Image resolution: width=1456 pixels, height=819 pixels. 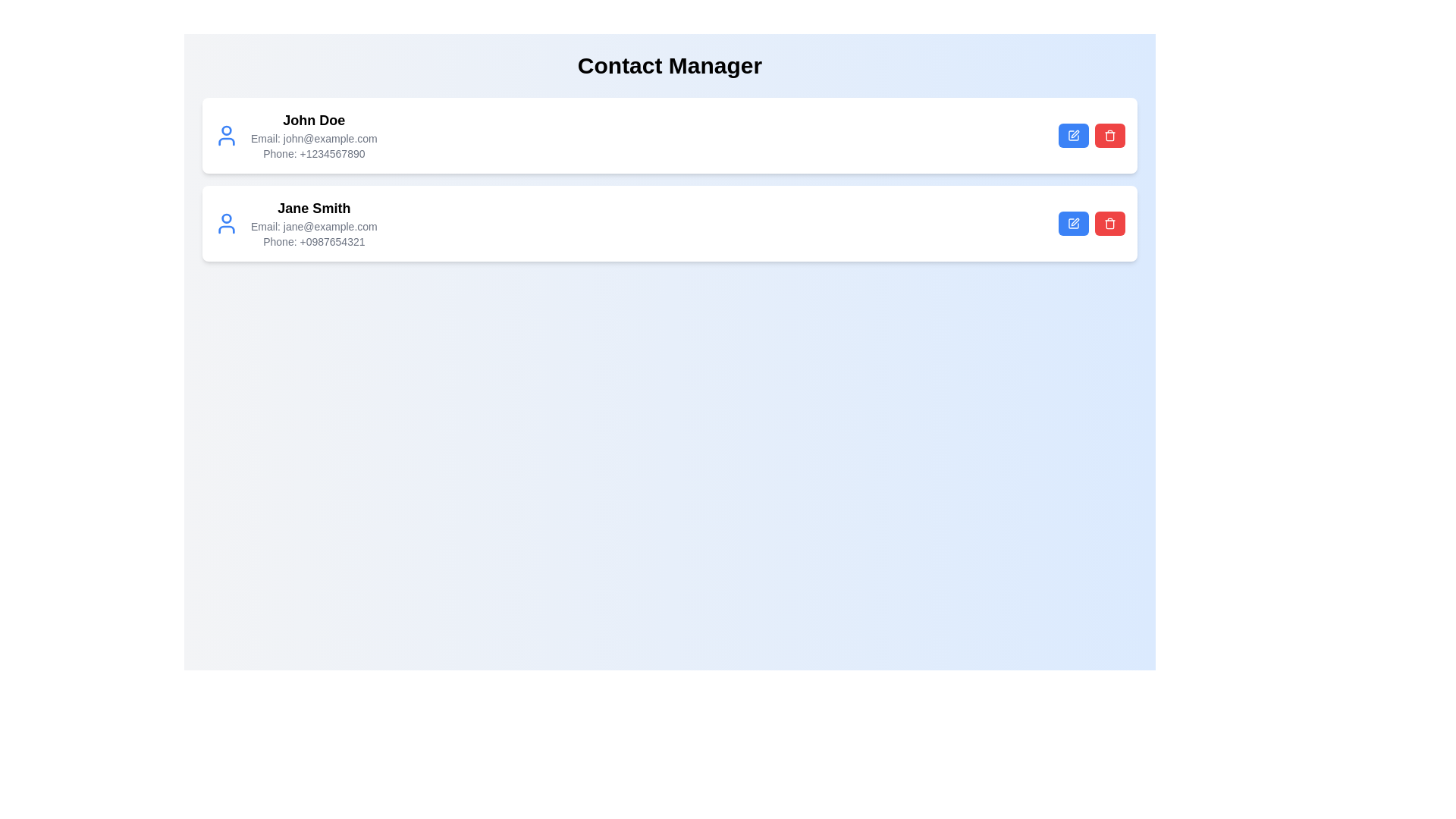 What do you see at coordinates (1073, 134) in the screenshot?
I see `the icon button located to the left of the red trash can icon in the first contact card to initiate editing` at bounding box center [1073, 134].